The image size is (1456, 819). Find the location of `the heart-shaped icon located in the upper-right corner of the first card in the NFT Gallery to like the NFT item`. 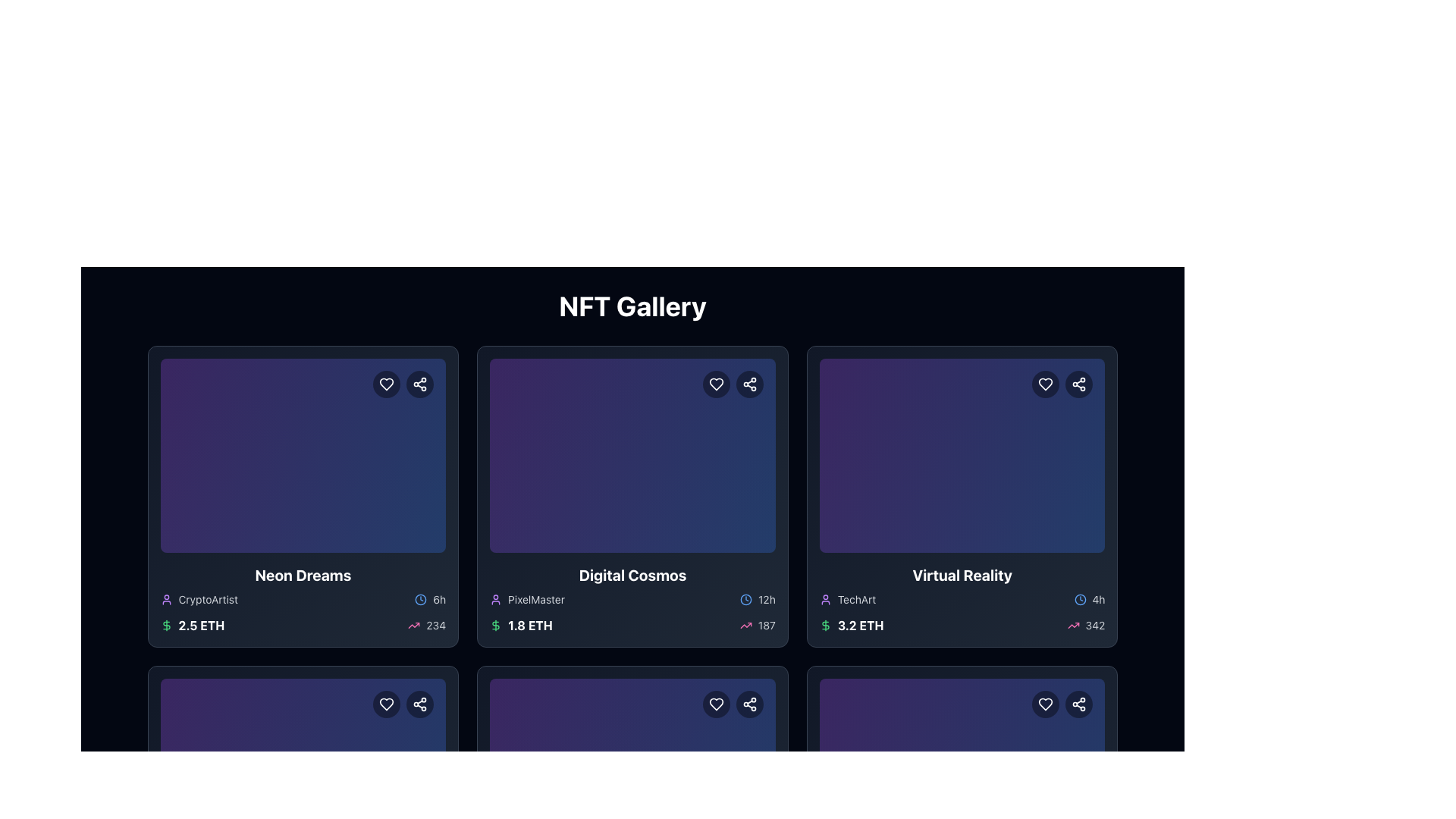

the heart-shaped icon located in the upper-right corner of the first card in the NFT Gallery to like the NFT item is located at coordinates (387, 383).